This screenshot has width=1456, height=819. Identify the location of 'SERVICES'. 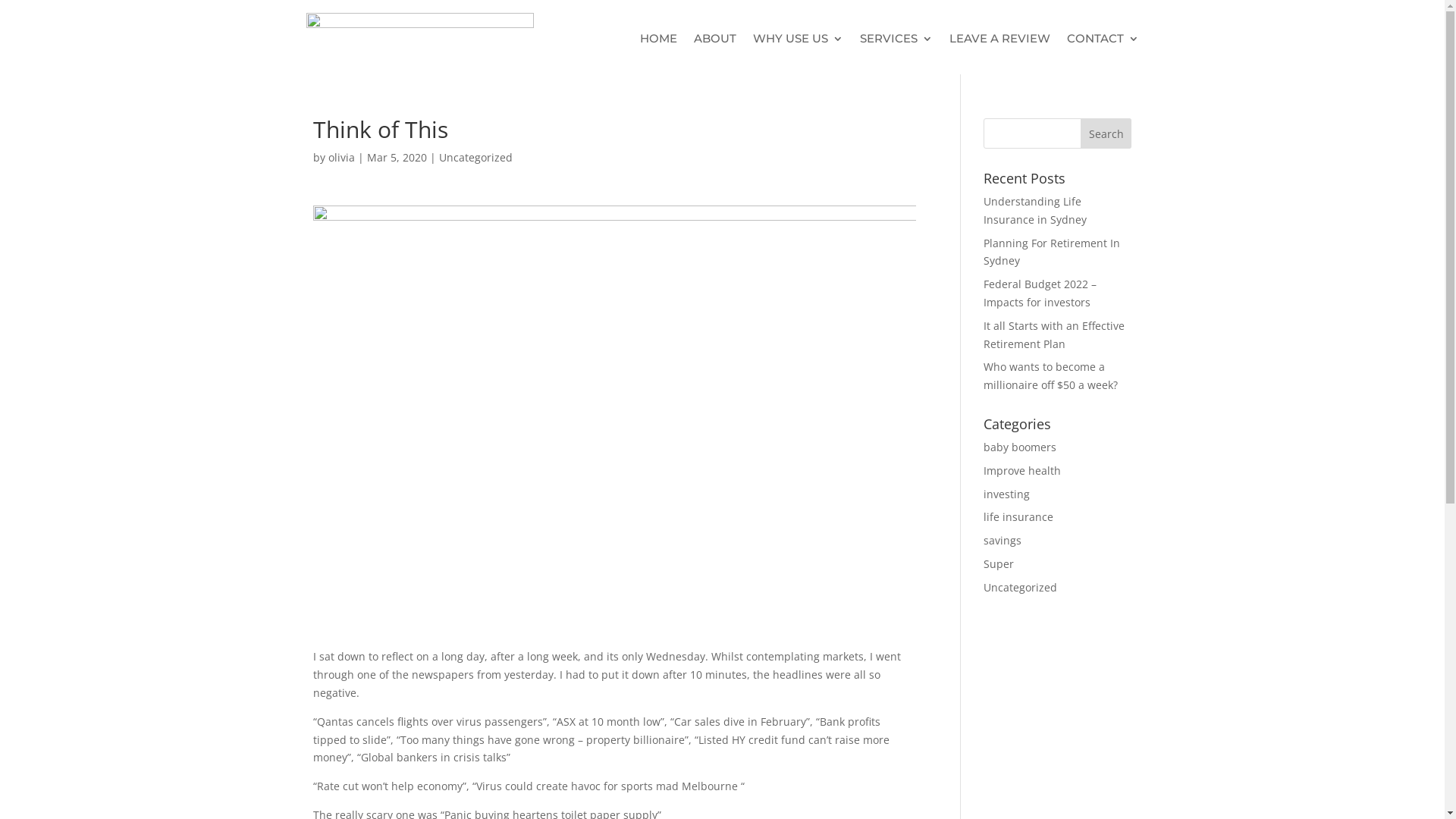
(896, 37).